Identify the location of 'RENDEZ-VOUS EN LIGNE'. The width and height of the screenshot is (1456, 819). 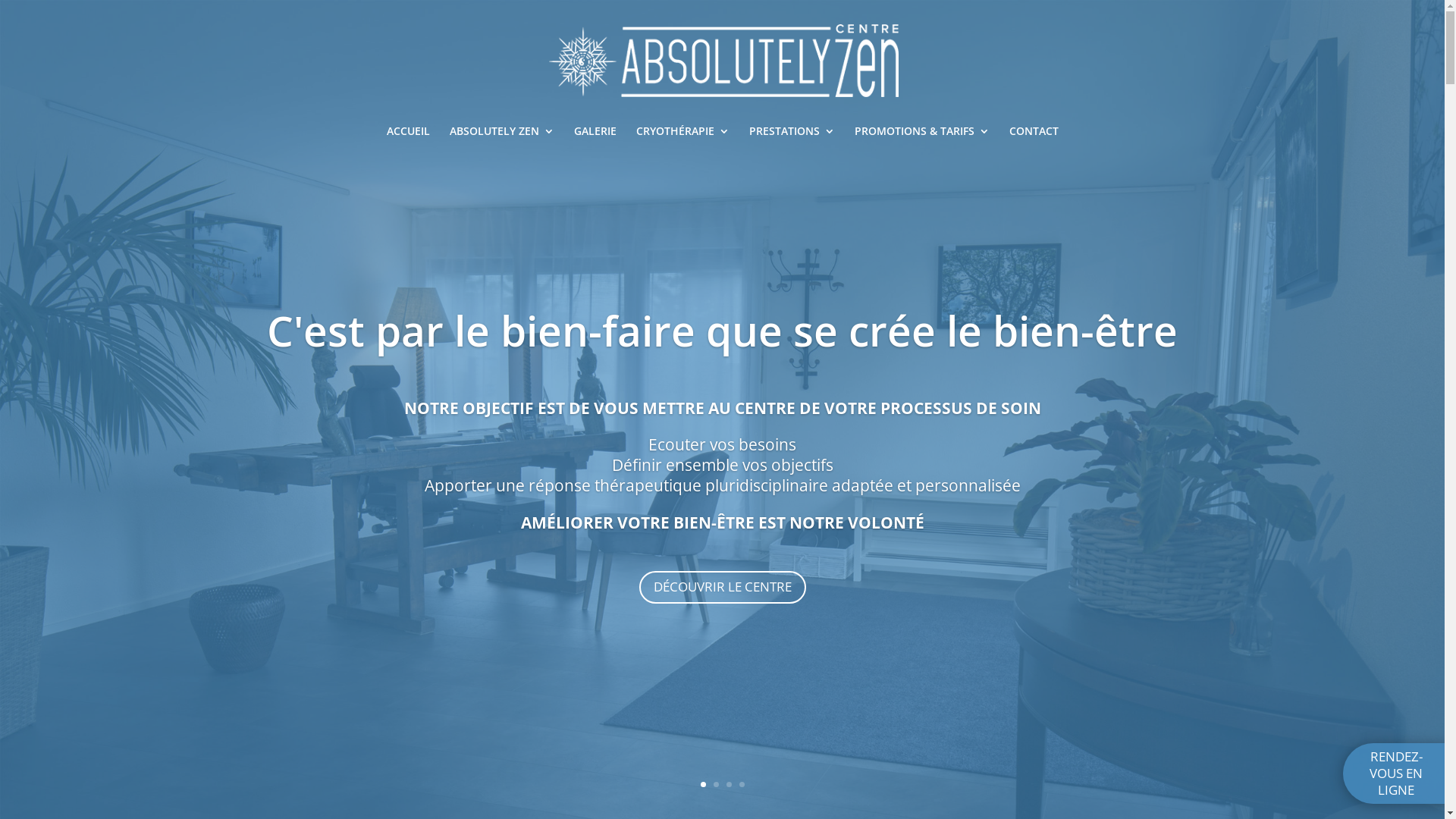
(1343, 773).